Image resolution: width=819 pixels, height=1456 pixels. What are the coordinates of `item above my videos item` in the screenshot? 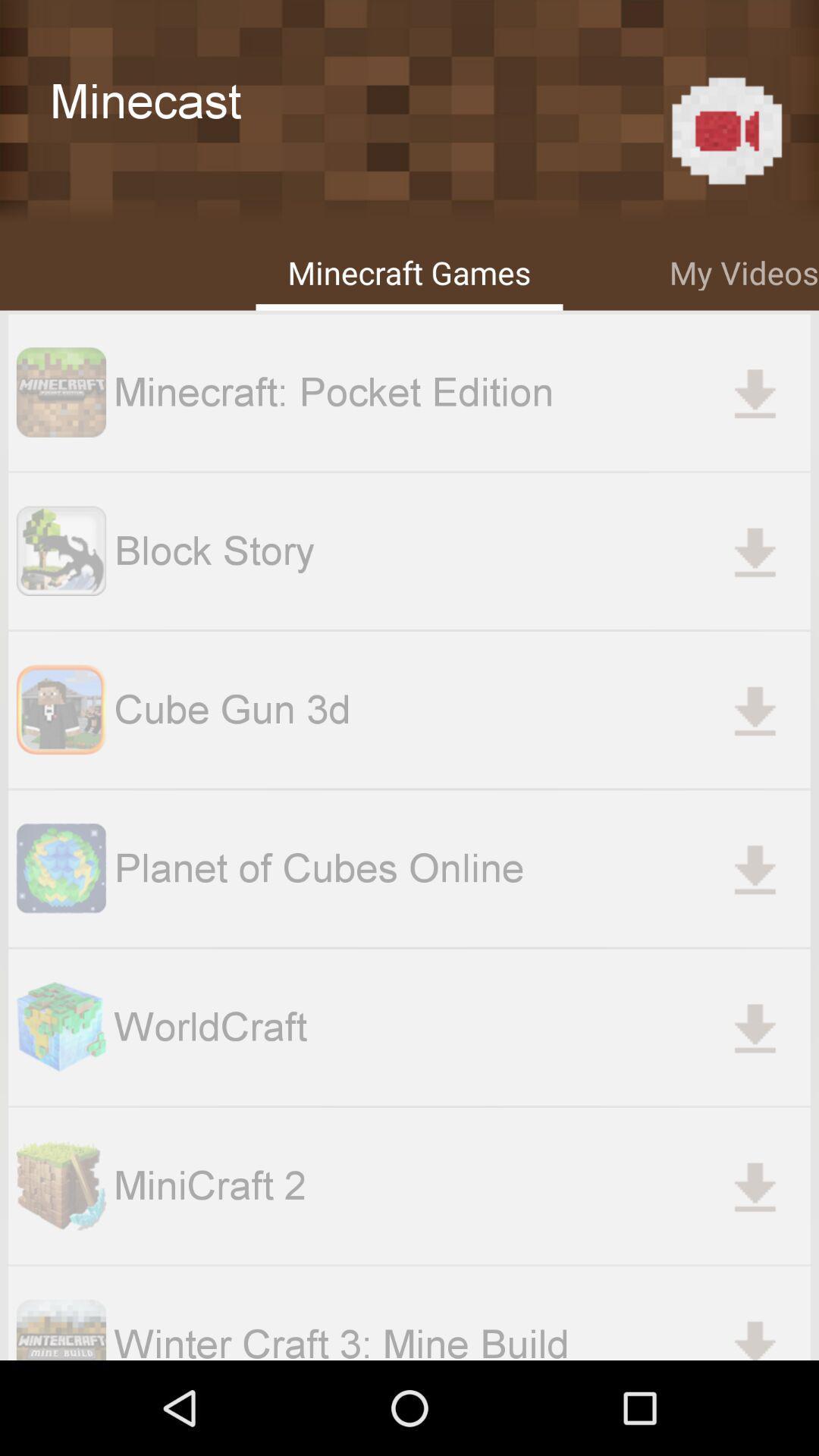 It's located at (726, 130).